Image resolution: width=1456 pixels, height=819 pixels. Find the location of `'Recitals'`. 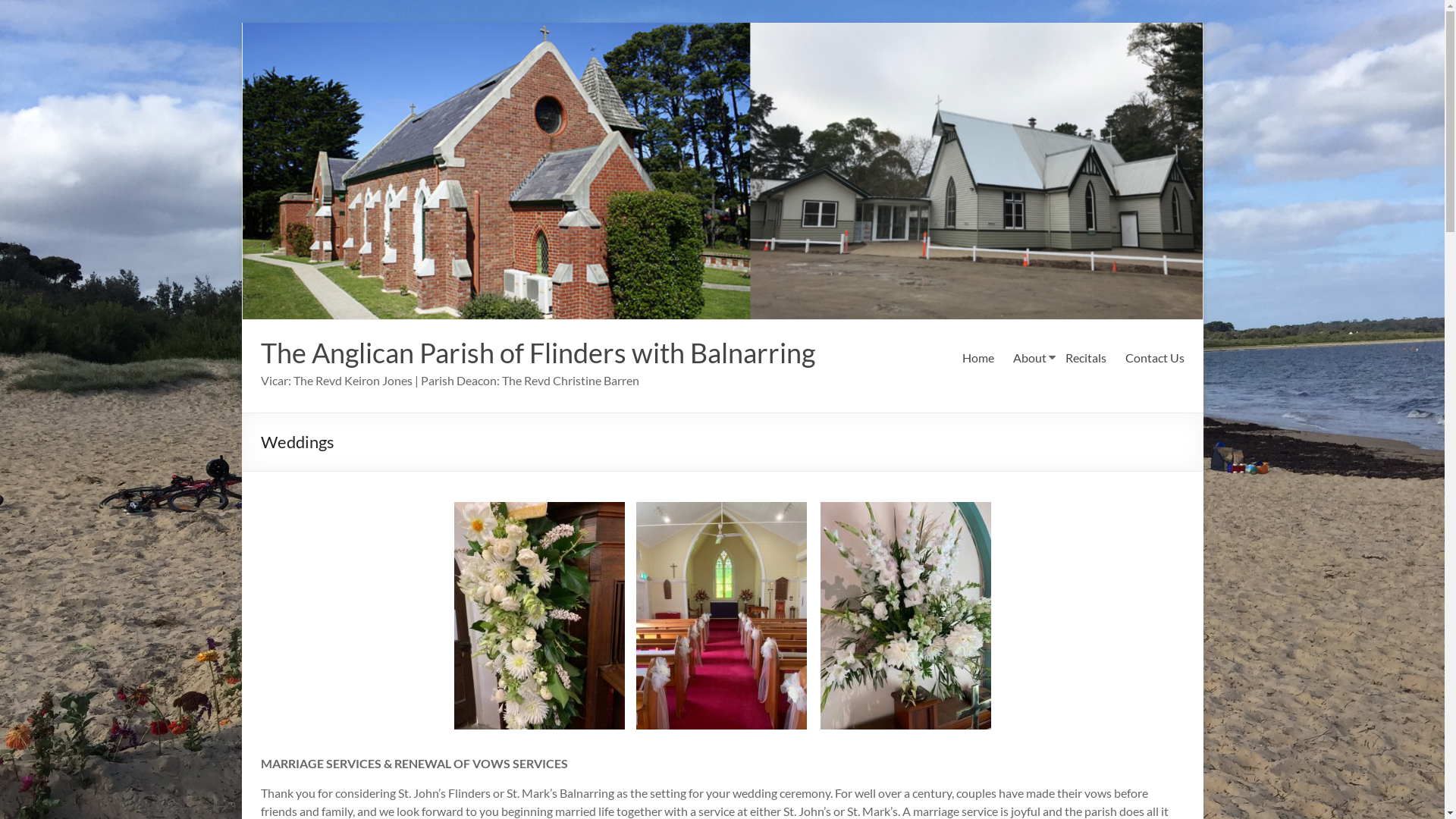

'Recitals' is located at coordinates (1084, 357).